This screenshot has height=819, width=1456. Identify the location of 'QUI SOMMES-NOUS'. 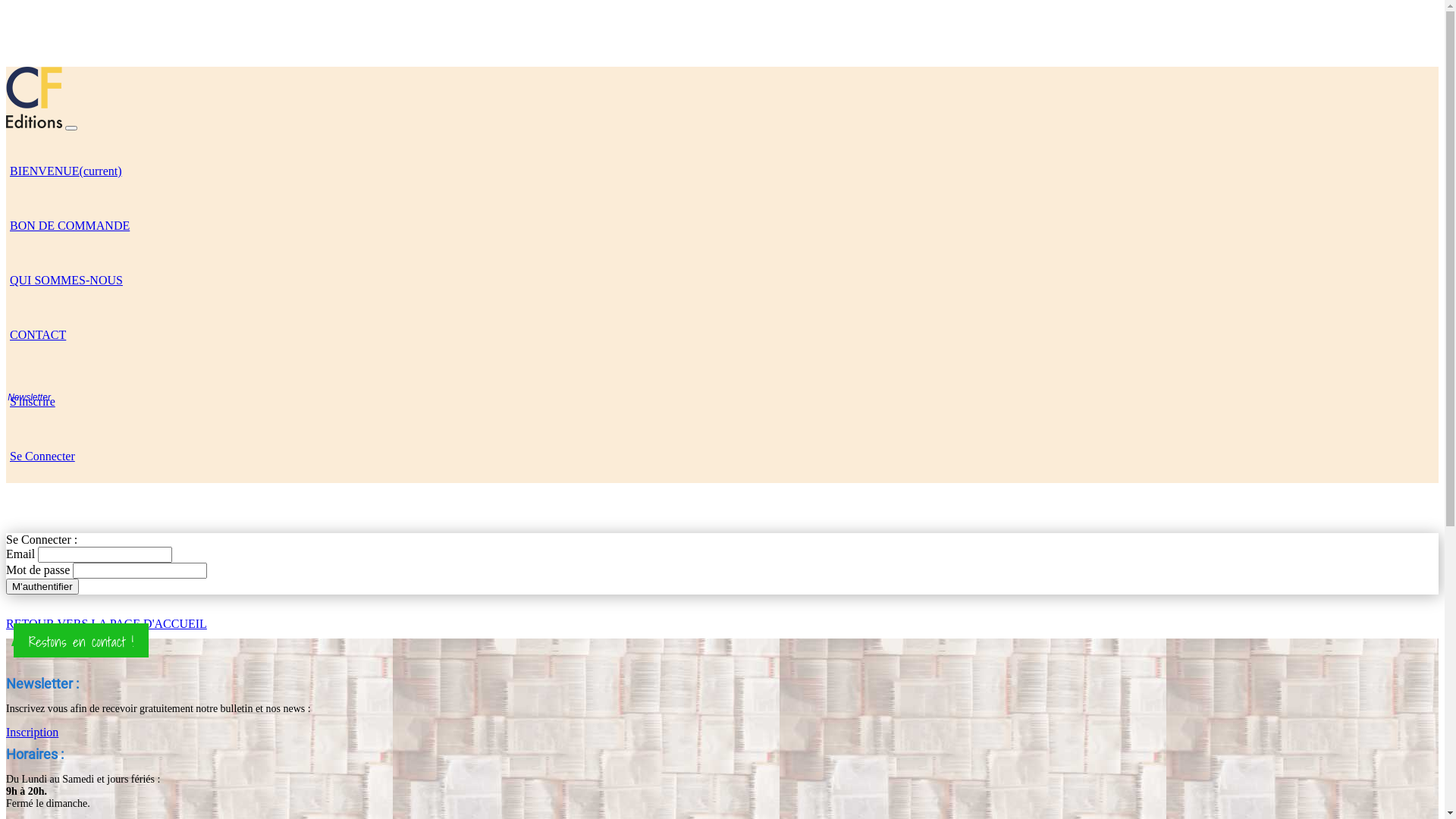
(6, 278).